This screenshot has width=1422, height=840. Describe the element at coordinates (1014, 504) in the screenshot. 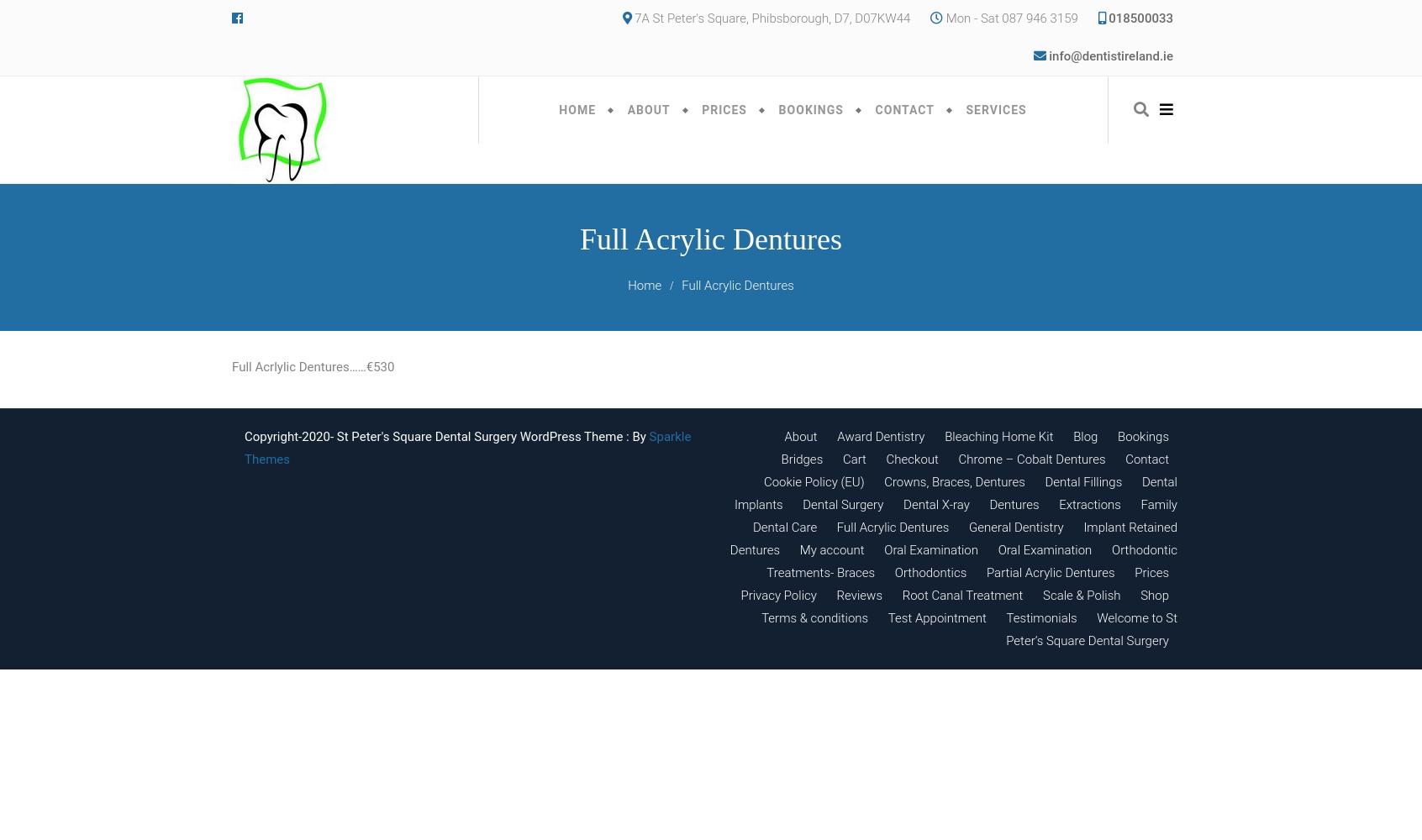

I see `'Dentures'` at that location.